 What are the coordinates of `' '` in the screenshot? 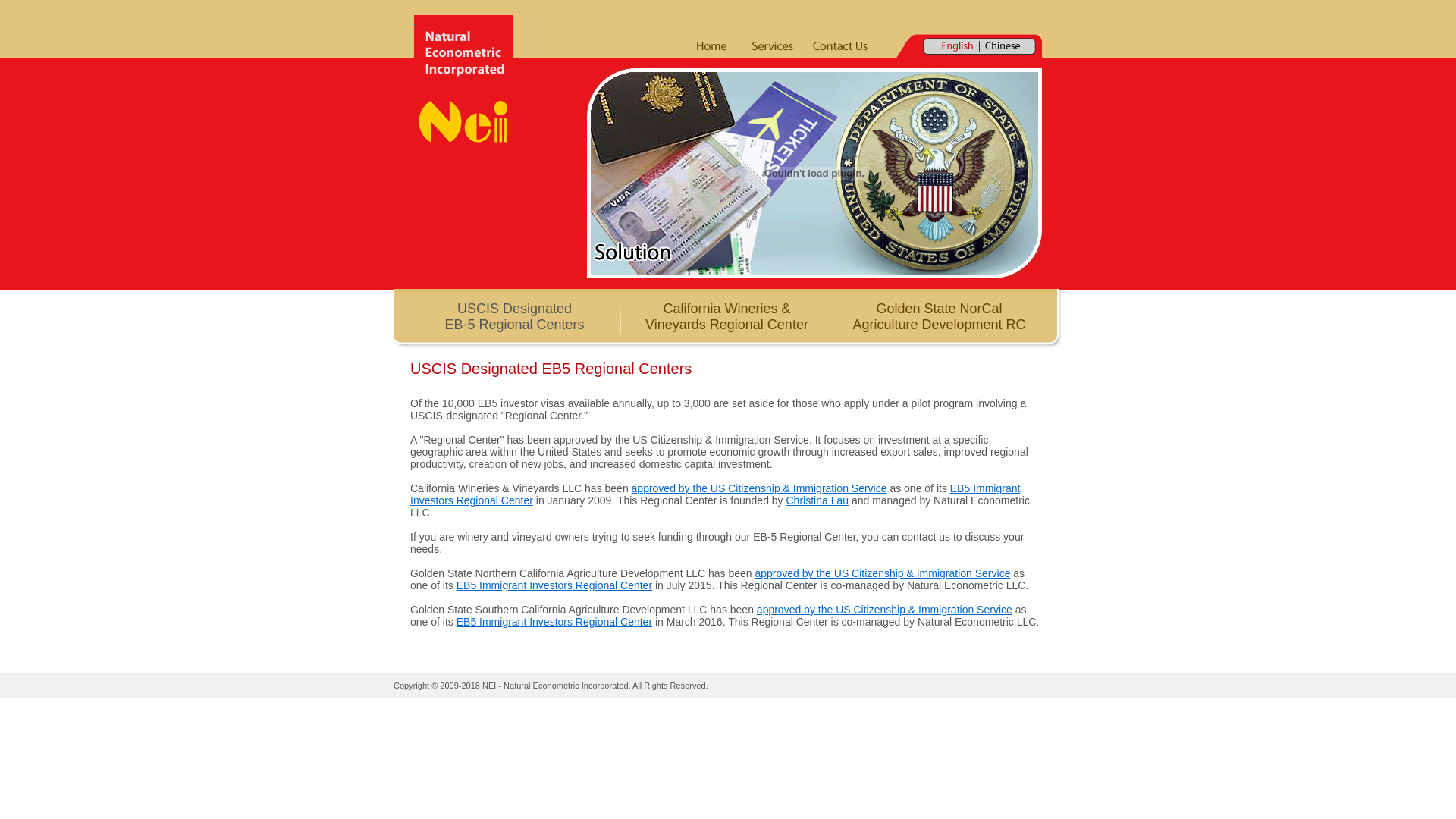 It's located at (463, 79).